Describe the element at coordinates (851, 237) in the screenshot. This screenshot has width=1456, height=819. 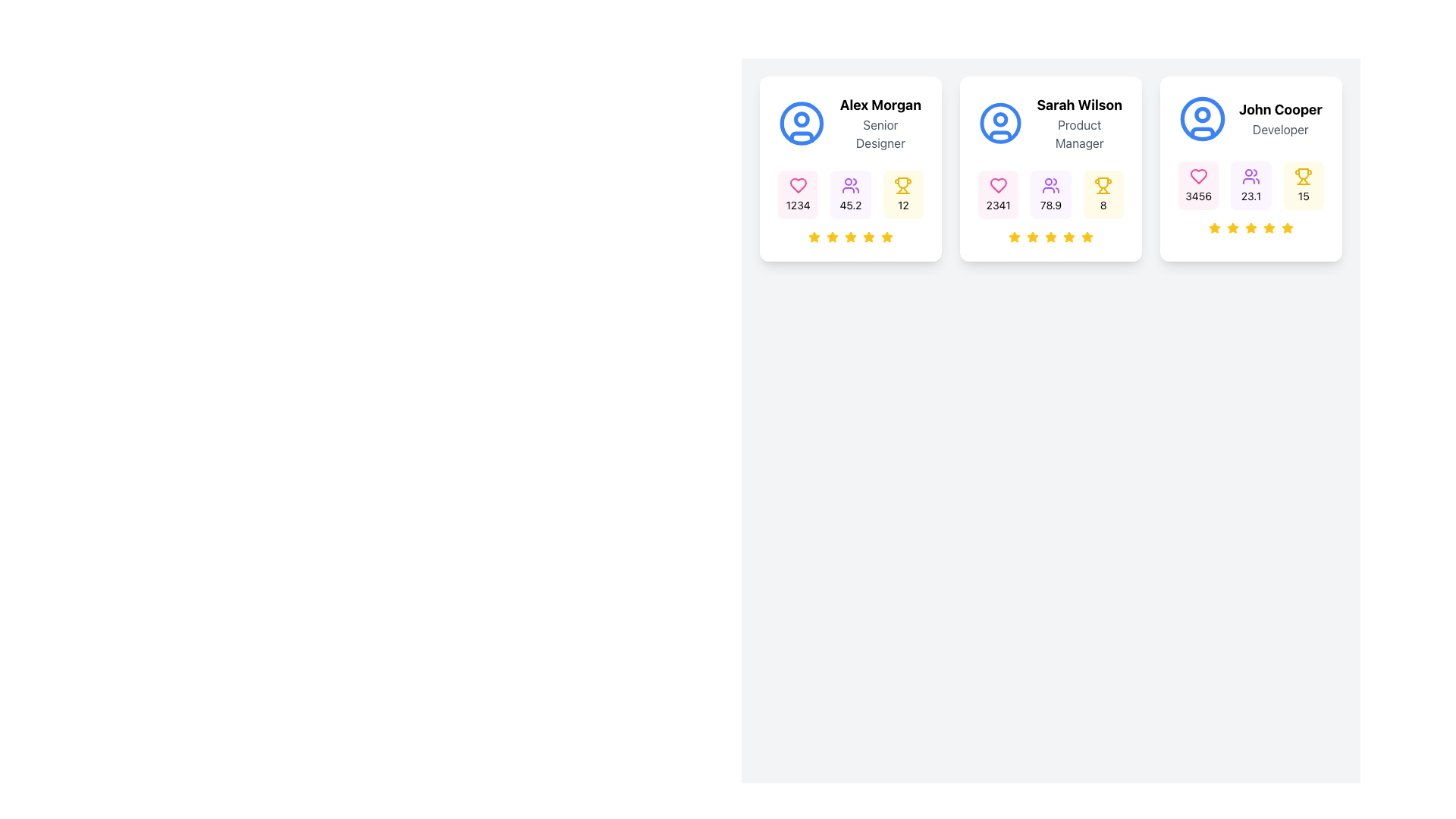
I see `the star icon representing the rating feature located in the bottom row of the card labeled 'Alex Morgan'` at that location.